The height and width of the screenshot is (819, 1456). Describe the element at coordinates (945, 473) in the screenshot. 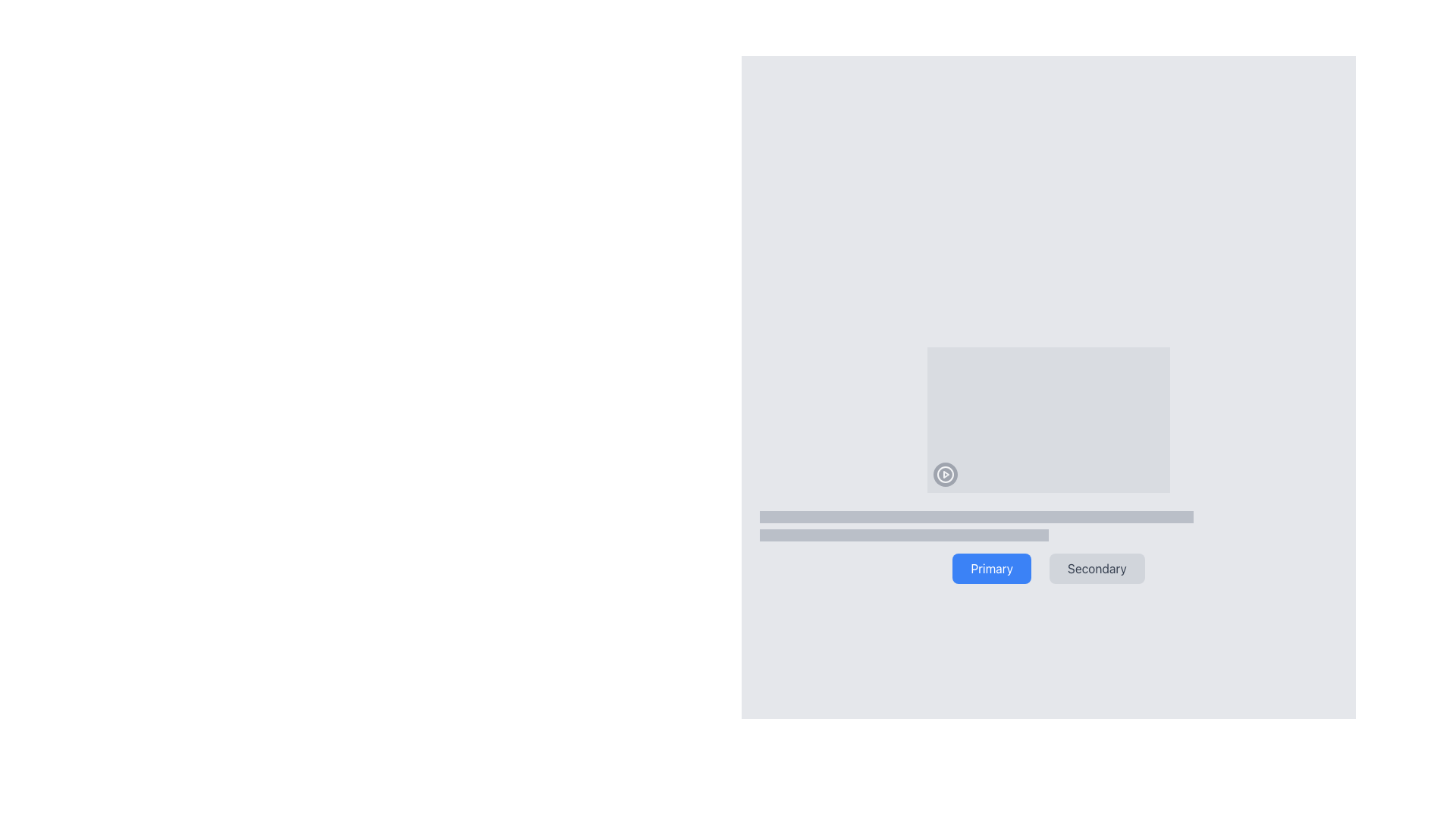

I see `the play icon button, which is a circular button with a white play icon on a dark gray background, located at the bottom-left corner of the section above the 'Primary' and 'Secondary' buttons to initiate playback` at that location.